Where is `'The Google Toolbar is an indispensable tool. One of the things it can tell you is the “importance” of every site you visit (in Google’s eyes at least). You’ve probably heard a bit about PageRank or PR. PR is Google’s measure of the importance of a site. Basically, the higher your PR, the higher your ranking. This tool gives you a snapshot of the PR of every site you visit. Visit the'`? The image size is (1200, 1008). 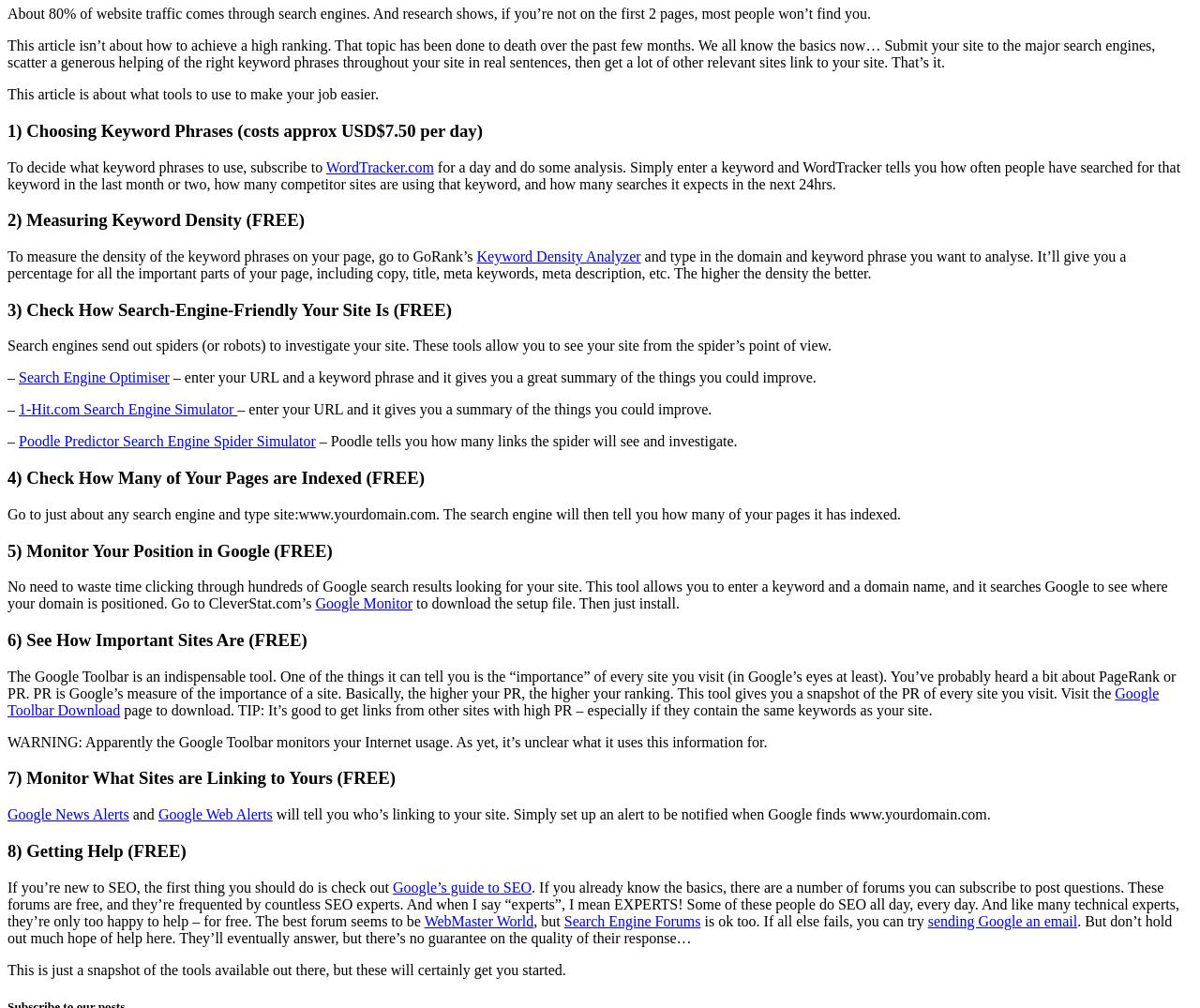 'The Google Toolbar is an indispensable tool. One of the things it can tell you is the “importance” of every site you visit (in Google’s eyes at least). You’ve probably heard a bit about PageRank or PR. PR is Google’s measure of the importance of a site. Basically, the higher your PR, the higher your ranking. This tool gives you a snapshot of the PR of every site you visit. Visit the' is located at coordinates (591, 683).